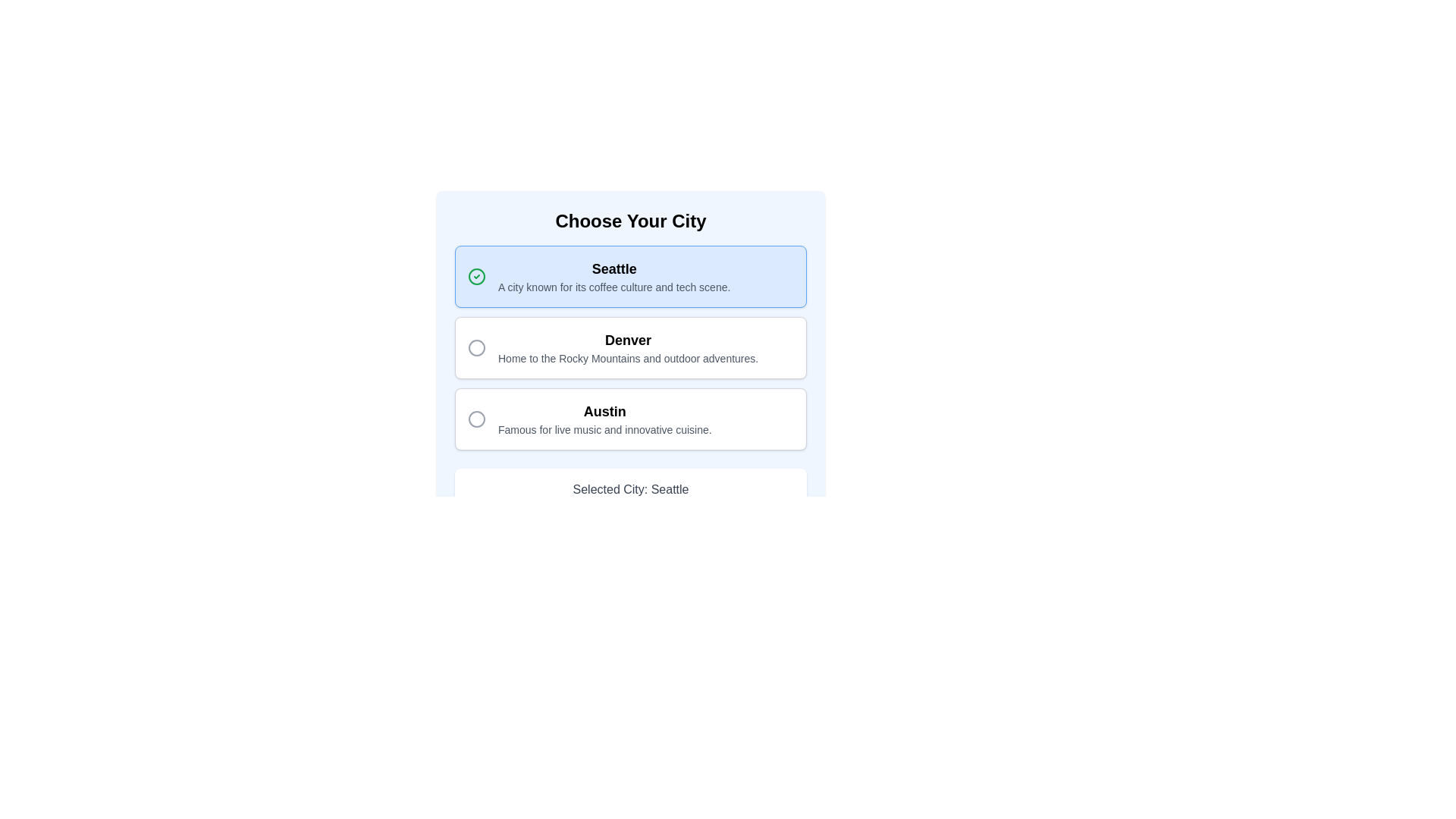  Describe the element at coordinates (628, 348) in the screenshot. I see `text content of the selectable city option 'Denver' in the vertical list of city choices` at that location.